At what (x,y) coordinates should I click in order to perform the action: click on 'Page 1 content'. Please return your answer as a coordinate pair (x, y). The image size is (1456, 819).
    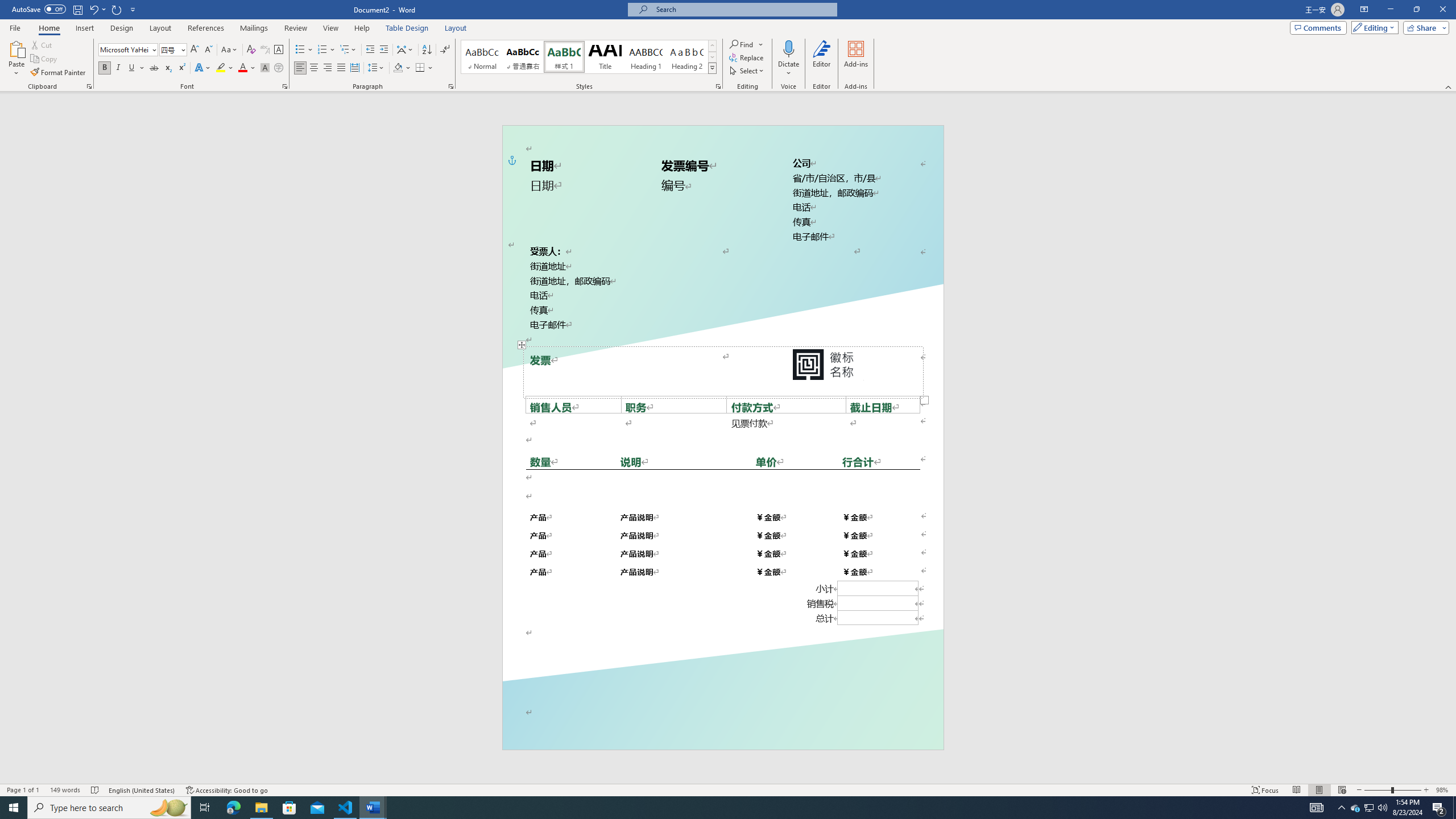
    Looking at the image, I should click on (723, 425).